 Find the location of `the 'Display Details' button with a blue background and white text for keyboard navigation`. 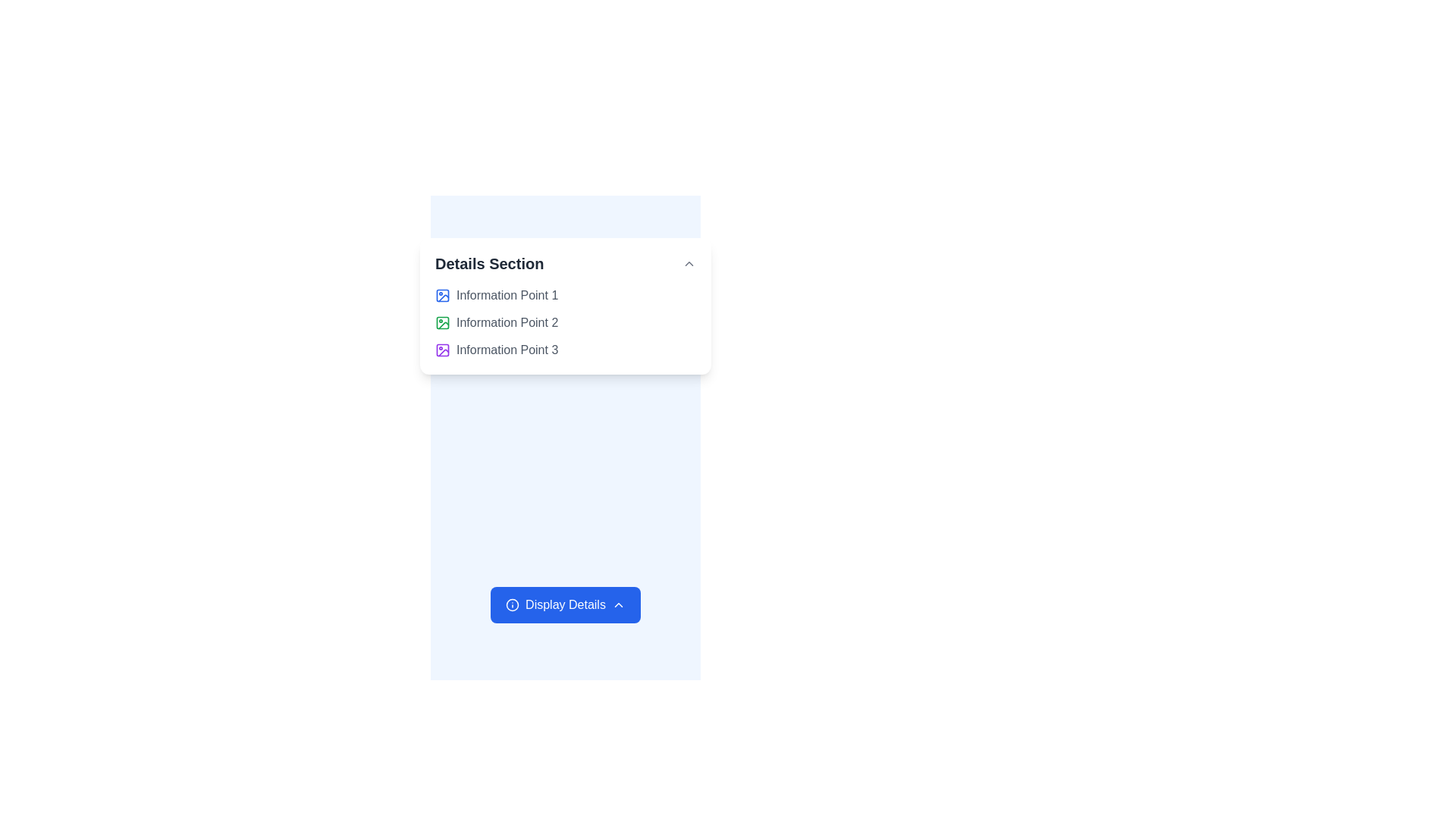

the 'Display Details' button with a blue background and white text for keyboard navigation is located at coordinates (564, 604).